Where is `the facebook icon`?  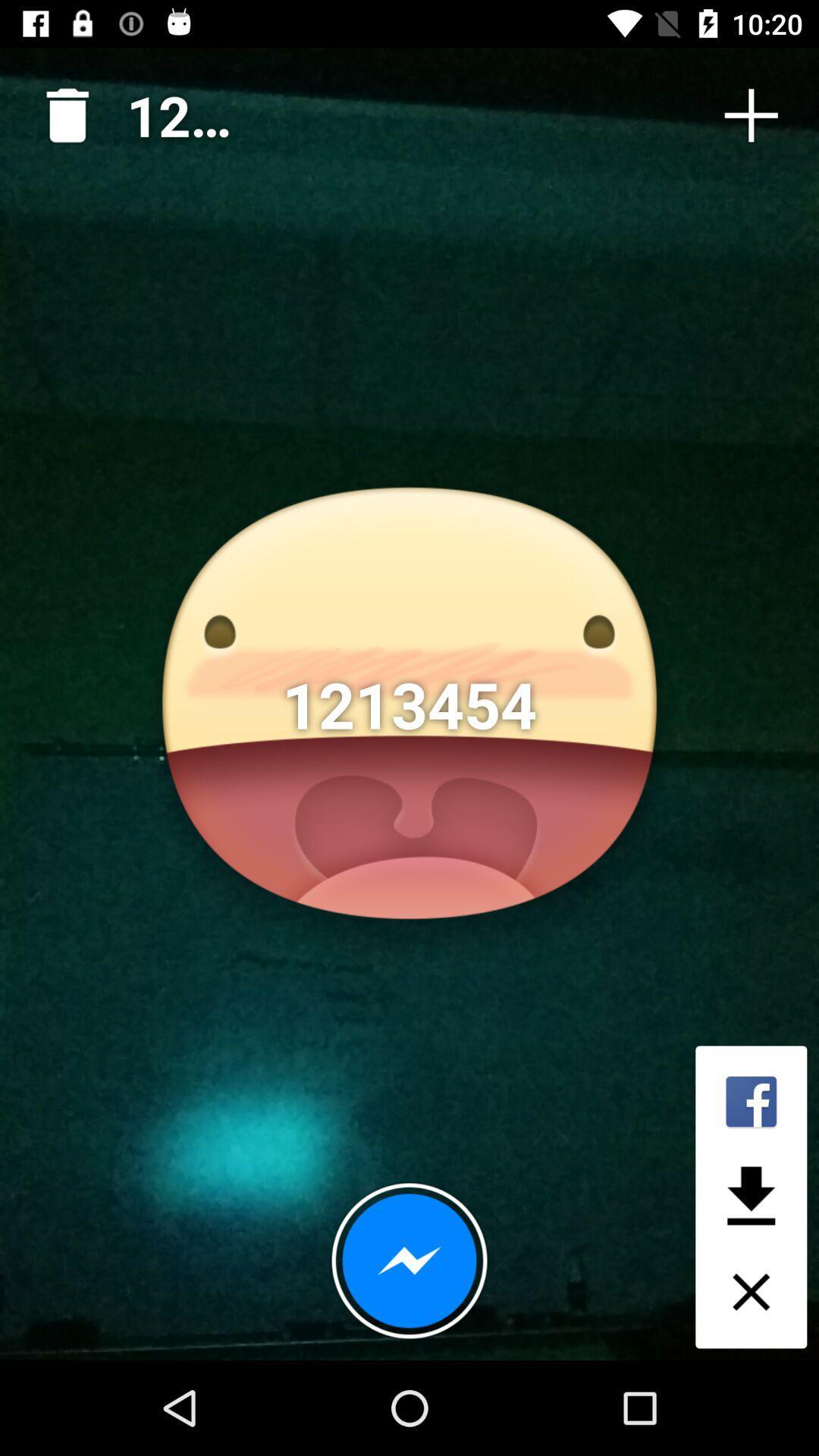 the facebook icon is located at coordinates (751, 1101).